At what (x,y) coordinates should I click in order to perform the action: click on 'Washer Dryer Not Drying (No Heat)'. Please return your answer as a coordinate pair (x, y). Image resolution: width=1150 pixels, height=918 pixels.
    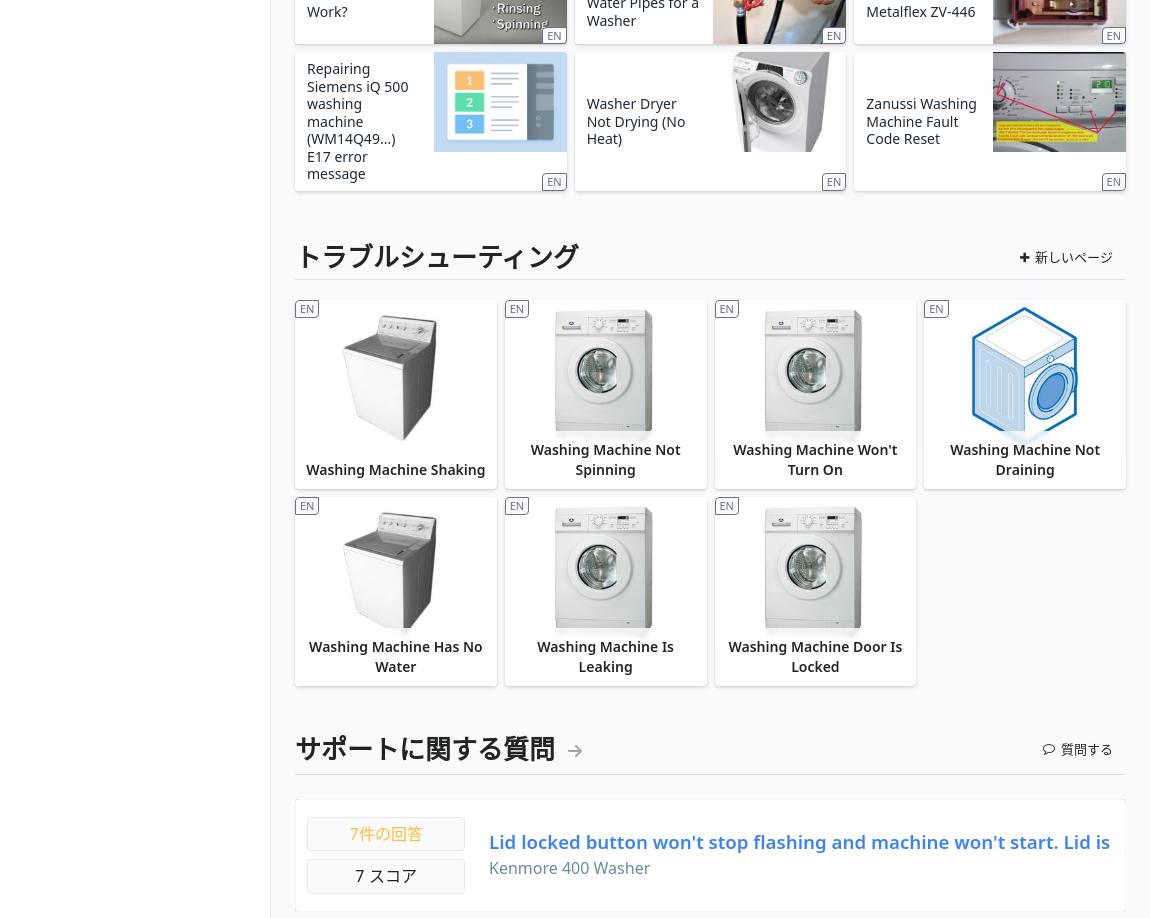
    Looking at the image, I should click on (634, 119).